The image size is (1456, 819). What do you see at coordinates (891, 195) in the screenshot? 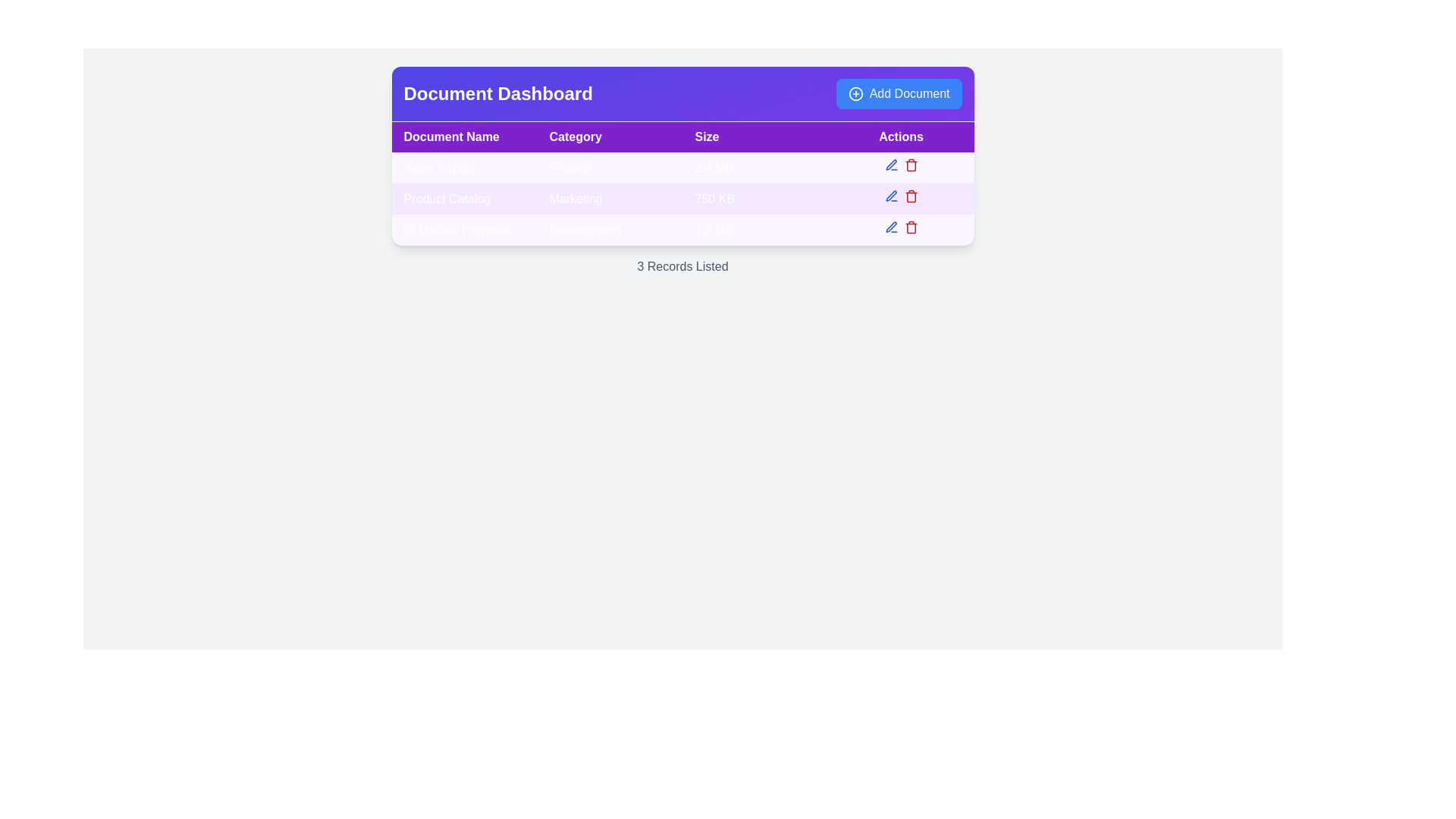
I see `the pen icon in the 'Actions' column of the second row to initiate the edit function for the 'Product Catalog' entry` at bounding box center [891, 195].